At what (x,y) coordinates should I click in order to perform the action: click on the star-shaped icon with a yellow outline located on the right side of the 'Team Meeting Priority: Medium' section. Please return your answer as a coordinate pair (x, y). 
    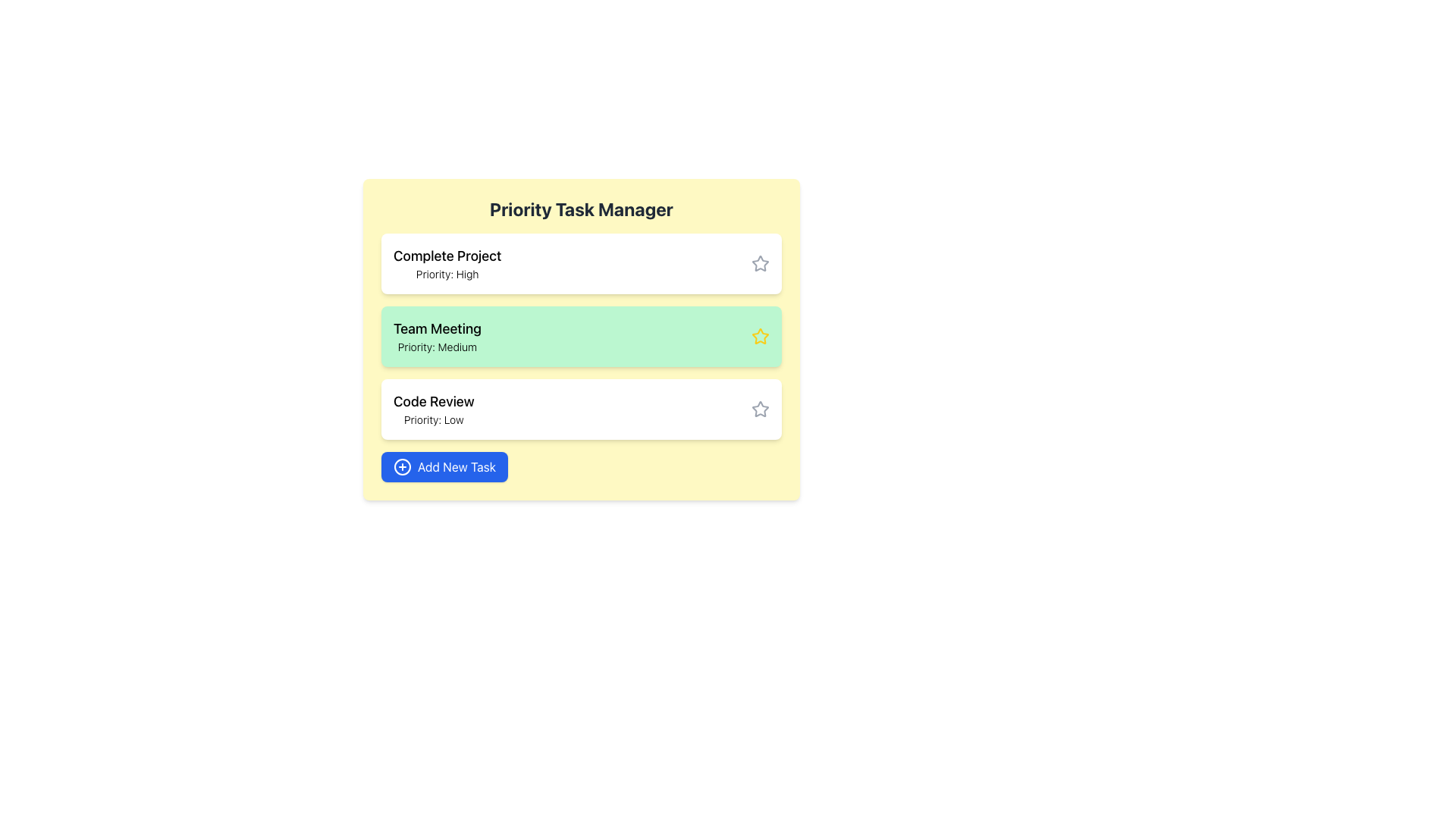
    Looking at the image, I should click on (760, 335).